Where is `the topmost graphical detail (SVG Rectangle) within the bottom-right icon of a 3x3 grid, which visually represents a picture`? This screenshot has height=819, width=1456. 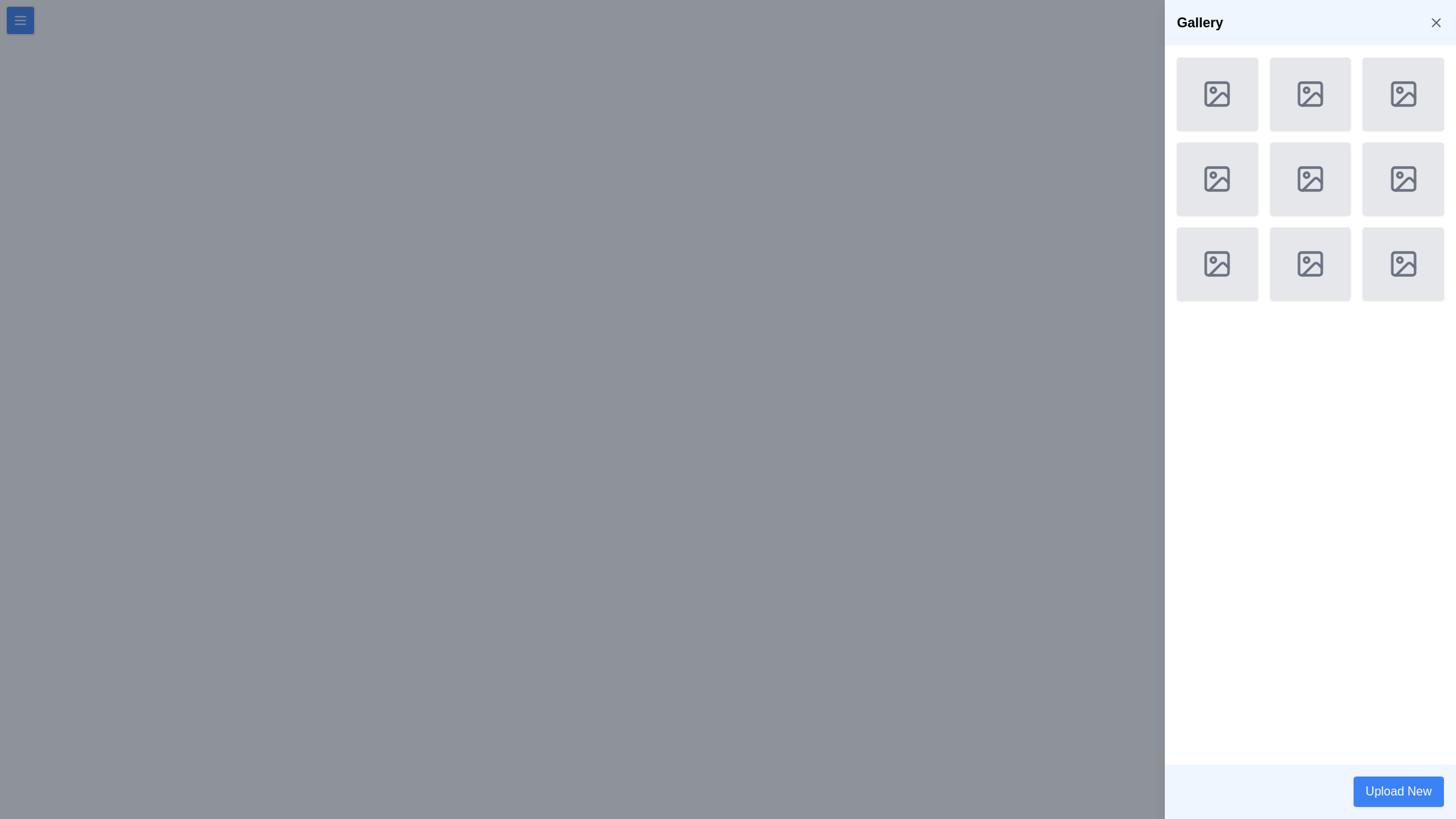 the topmost graphical detail (SVG Rectangle) within the bottom-right icon of a 3x3 grid, which visually represents a picture is located at coordinates (1402, 262).